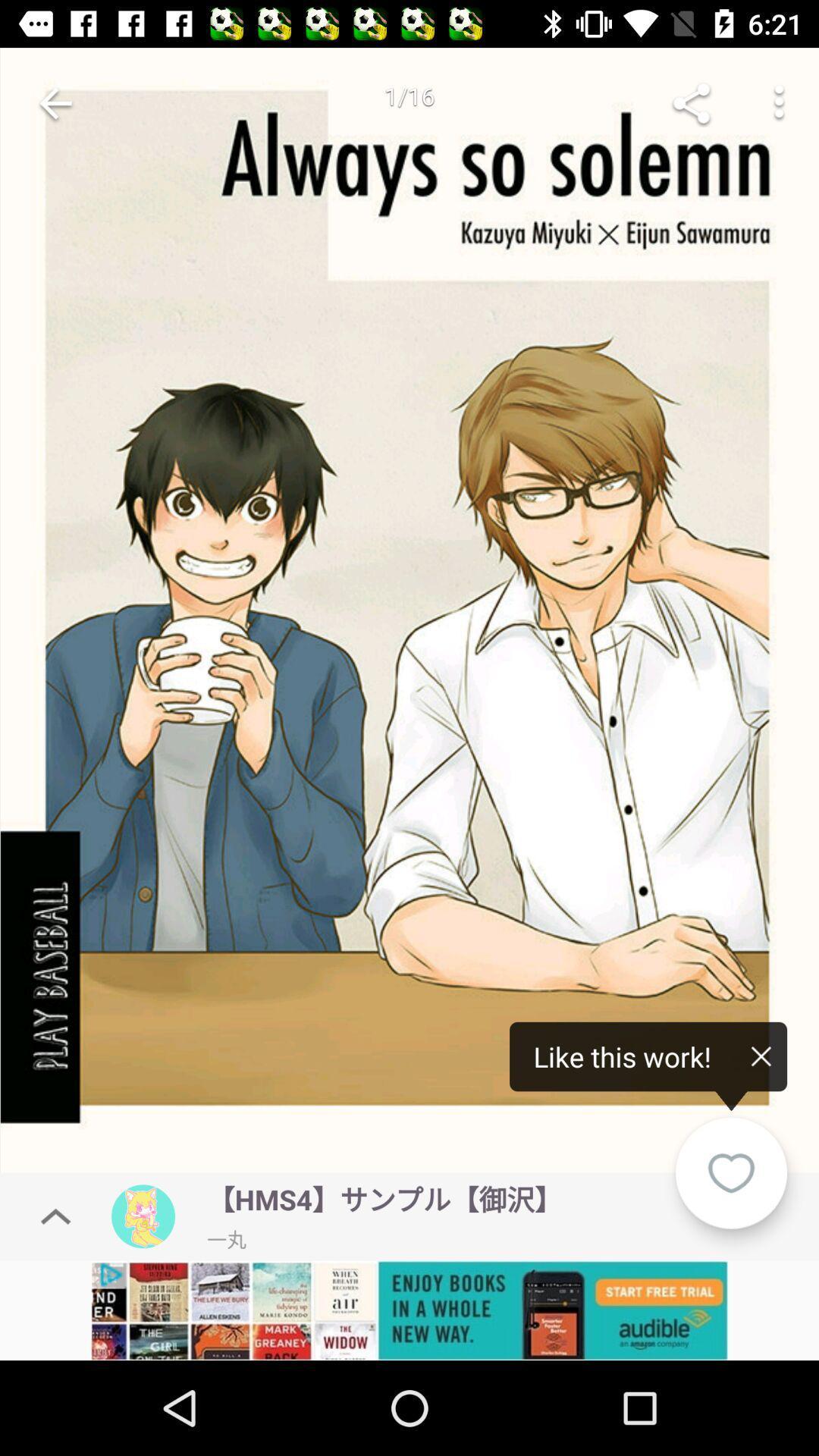 The width and height of the screenshot is (819, 1456). What do you see at coordinates (143, 1216) in the screenshot?
I see `the avatar icon` at bounding box center [143, 1216].